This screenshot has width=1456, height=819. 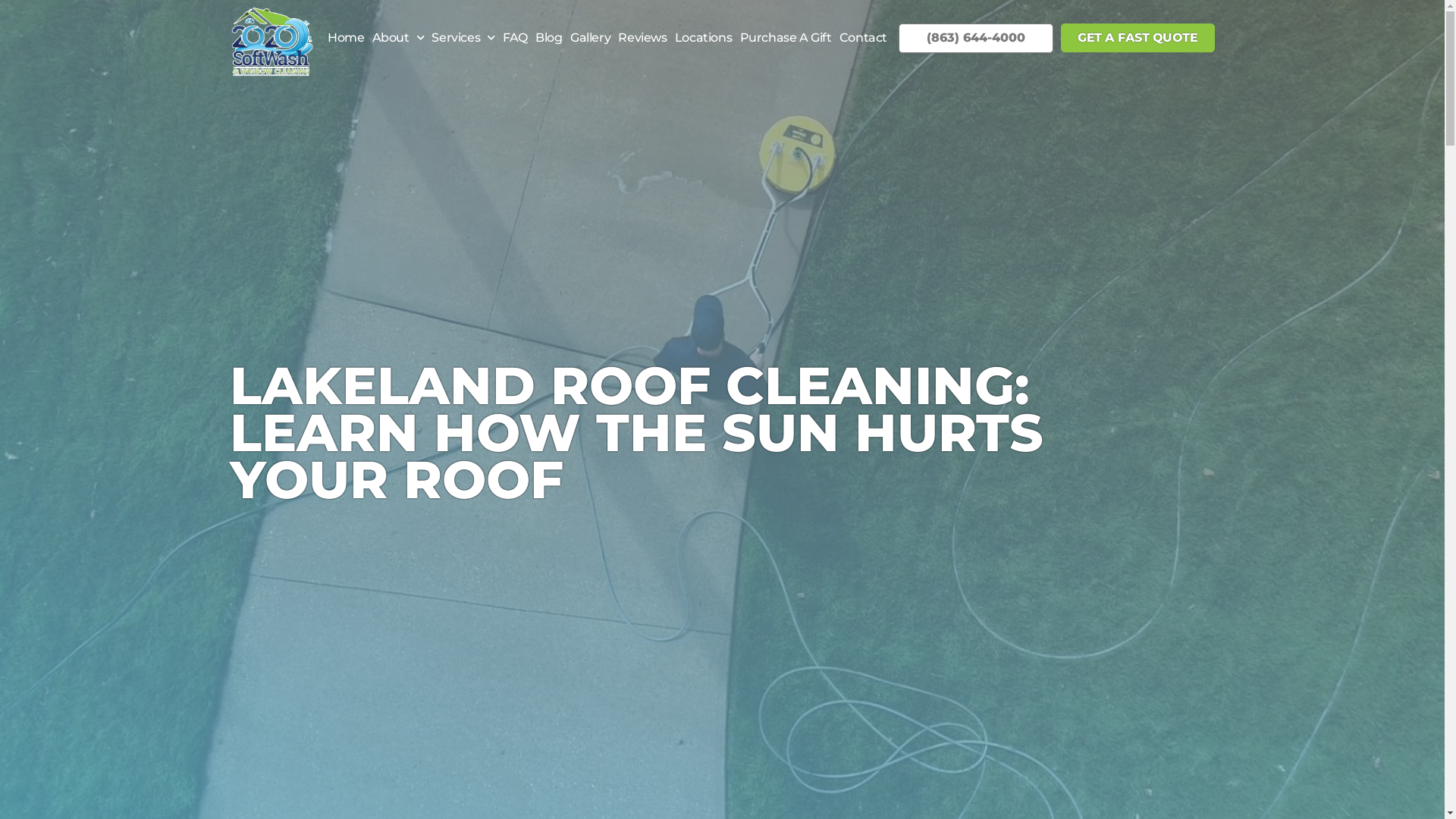 I want to click on 'Purchase A Gift', so click(x=785, y=37).